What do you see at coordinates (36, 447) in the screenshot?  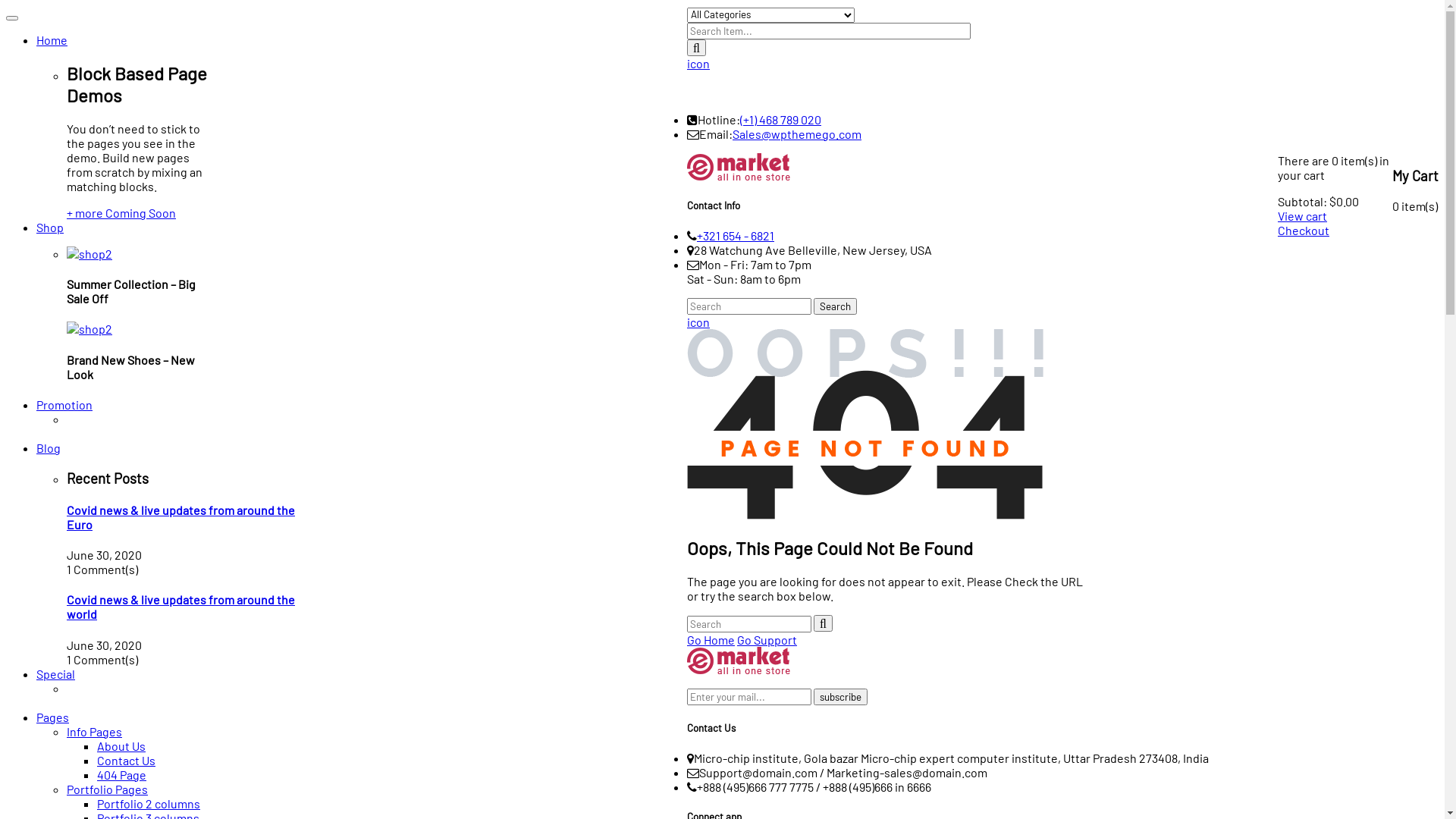 I see `'Blog'` at bounding box center [36, 447].